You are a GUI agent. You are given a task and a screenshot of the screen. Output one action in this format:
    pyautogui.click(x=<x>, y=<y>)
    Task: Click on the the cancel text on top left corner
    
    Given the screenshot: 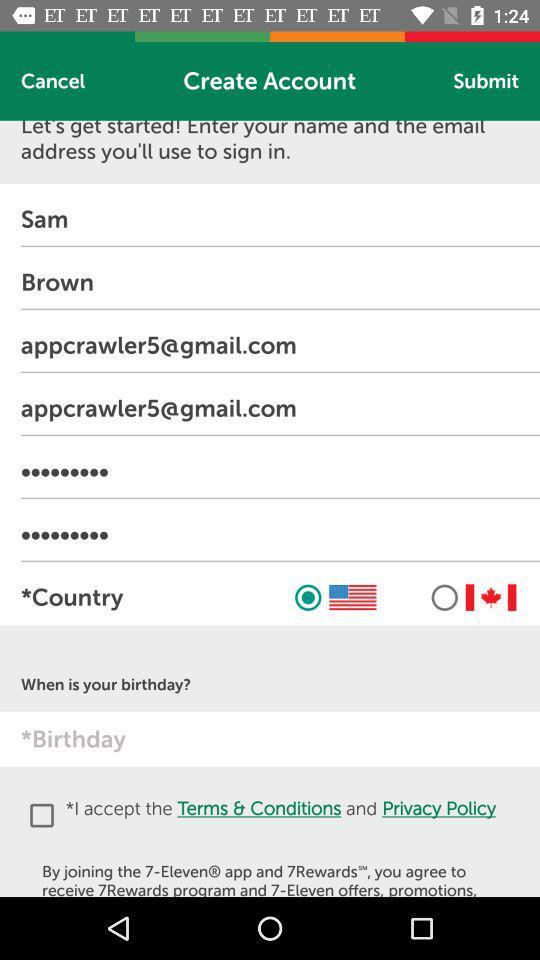 What is the action you would take?
    pyautogui.click(x=53, y=81)
    